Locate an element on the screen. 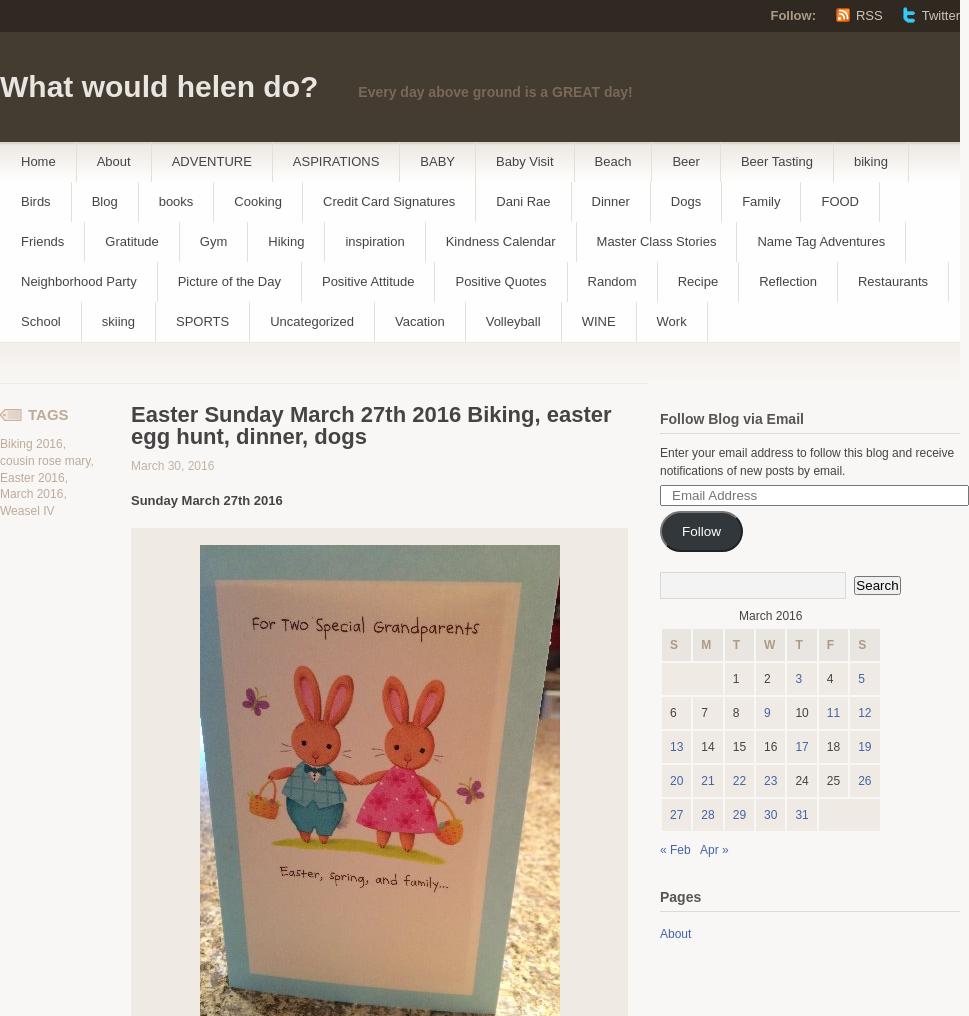  '4' is located at coordinates (829, 677).